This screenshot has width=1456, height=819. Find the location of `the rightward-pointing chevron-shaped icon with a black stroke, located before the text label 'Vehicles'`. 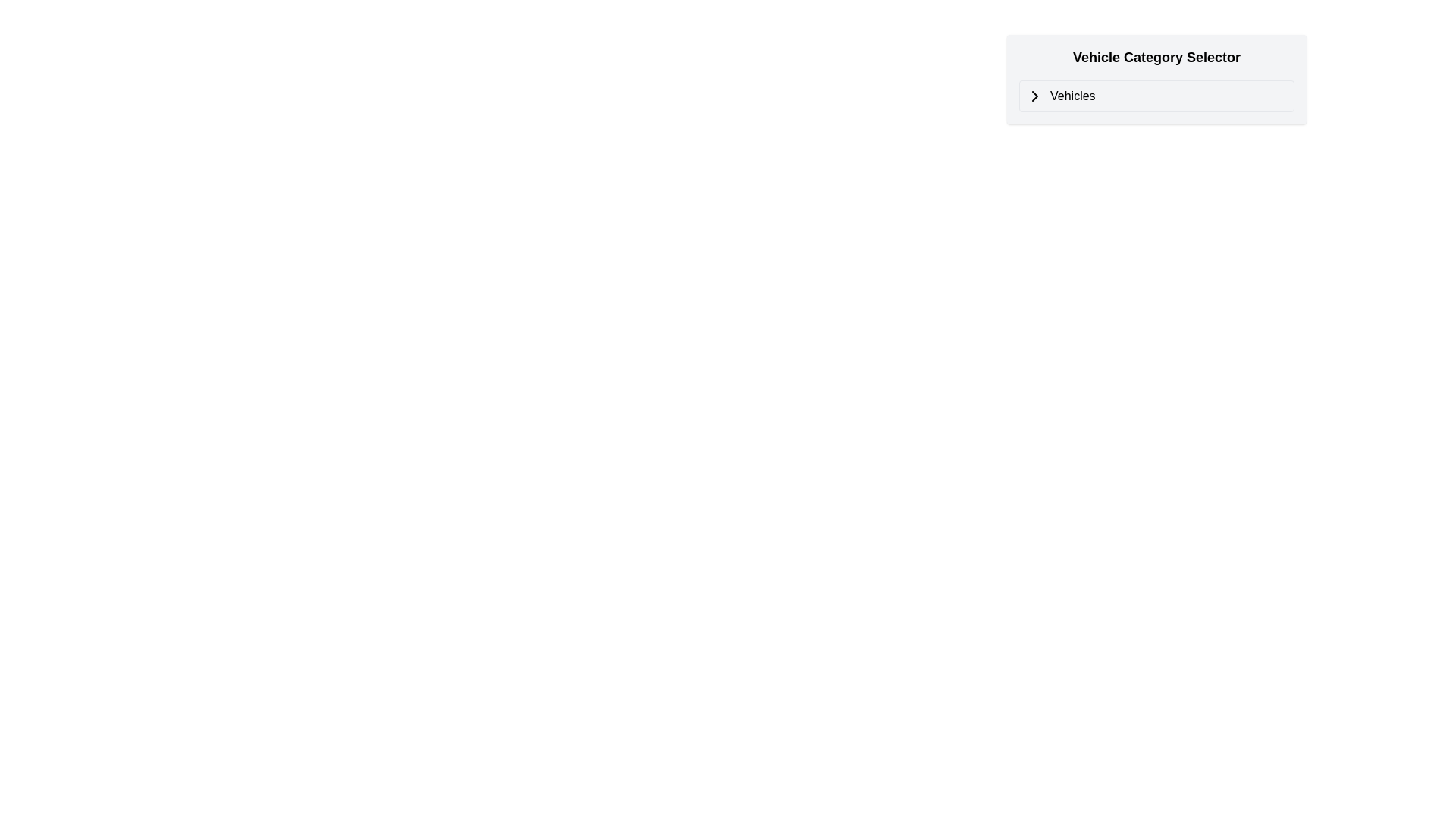

the rightward-pointing chevron-shaped icon with a black stroke, located before the text label 'Vehicles' is located at coordinates (1034, 96).